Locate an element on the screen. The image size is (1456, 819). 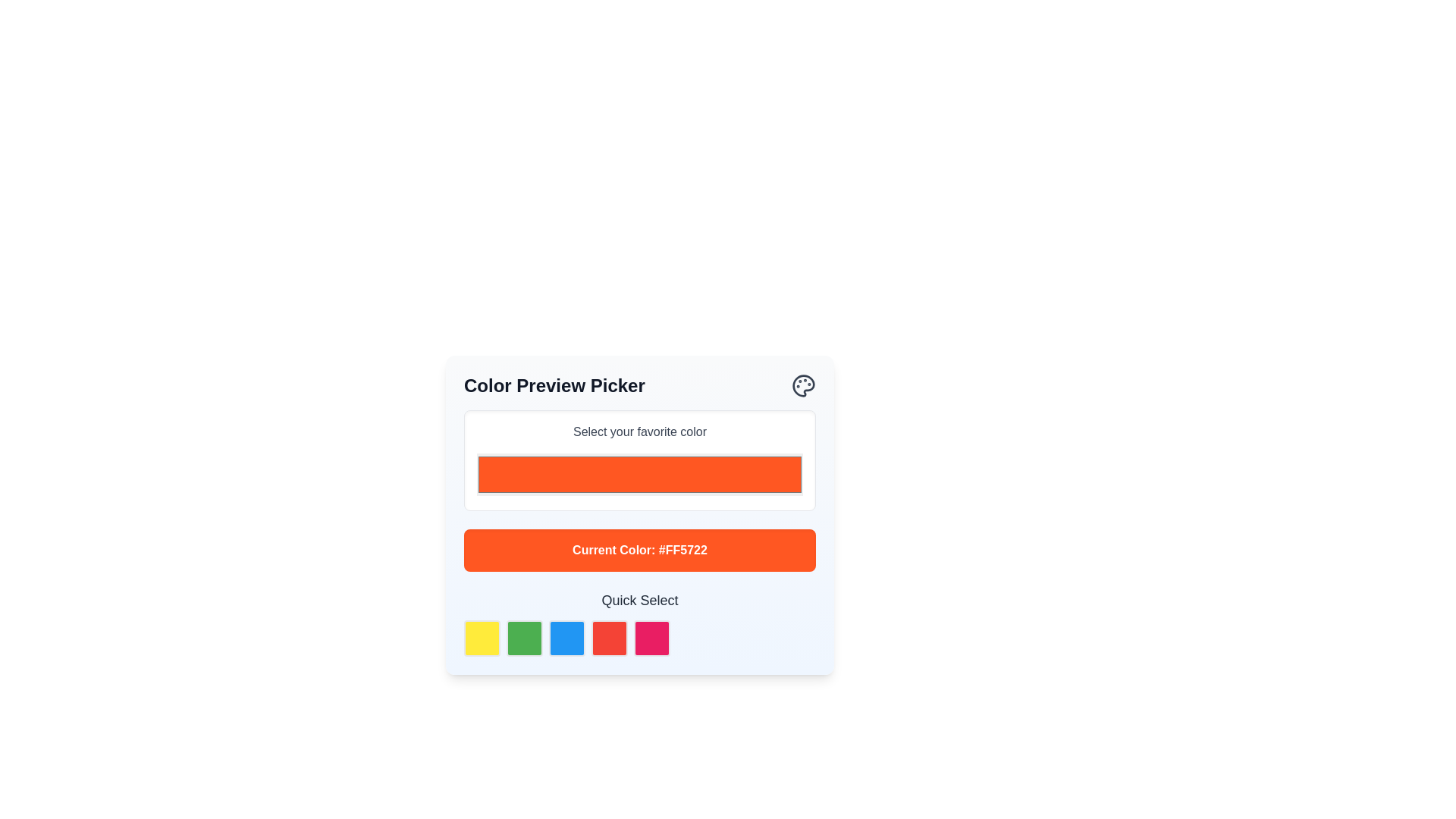
the first color selection button in the bottom-left corner of the row under 'Quick Select' is located at coordinates (481, 638).